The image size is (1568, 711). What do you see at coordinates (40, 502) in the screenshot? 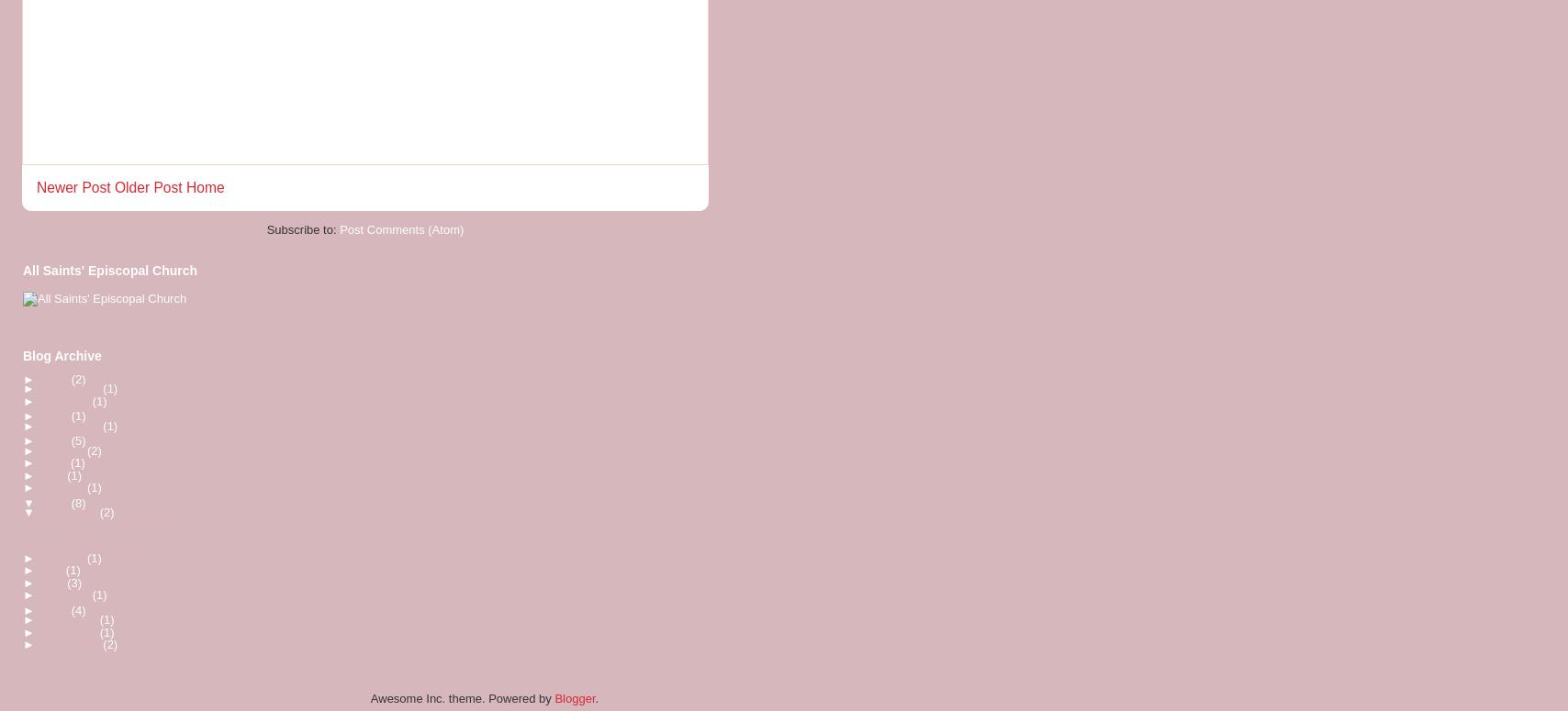
I see `'2014'` at bounding box center [40, 502].